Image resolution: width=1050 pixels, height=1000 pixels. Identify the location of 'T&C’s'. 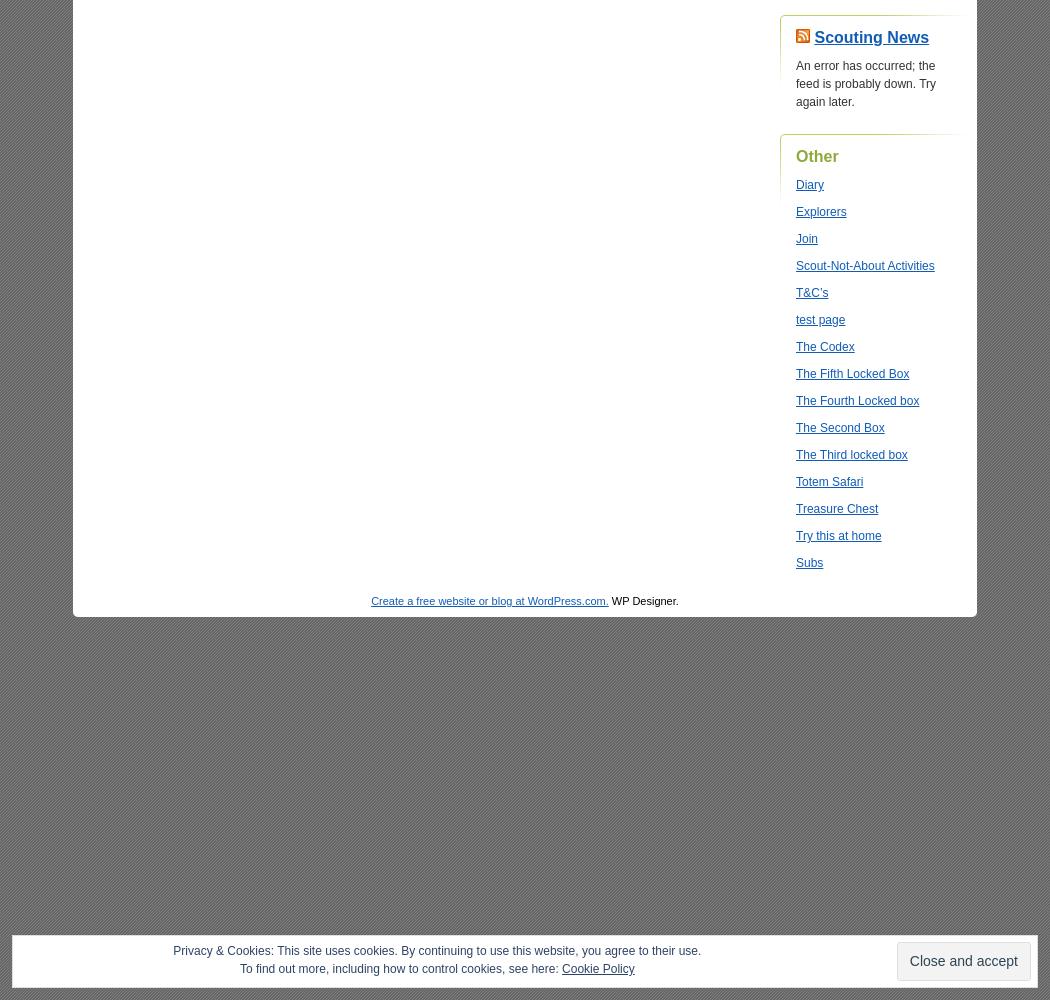
(810, 293).